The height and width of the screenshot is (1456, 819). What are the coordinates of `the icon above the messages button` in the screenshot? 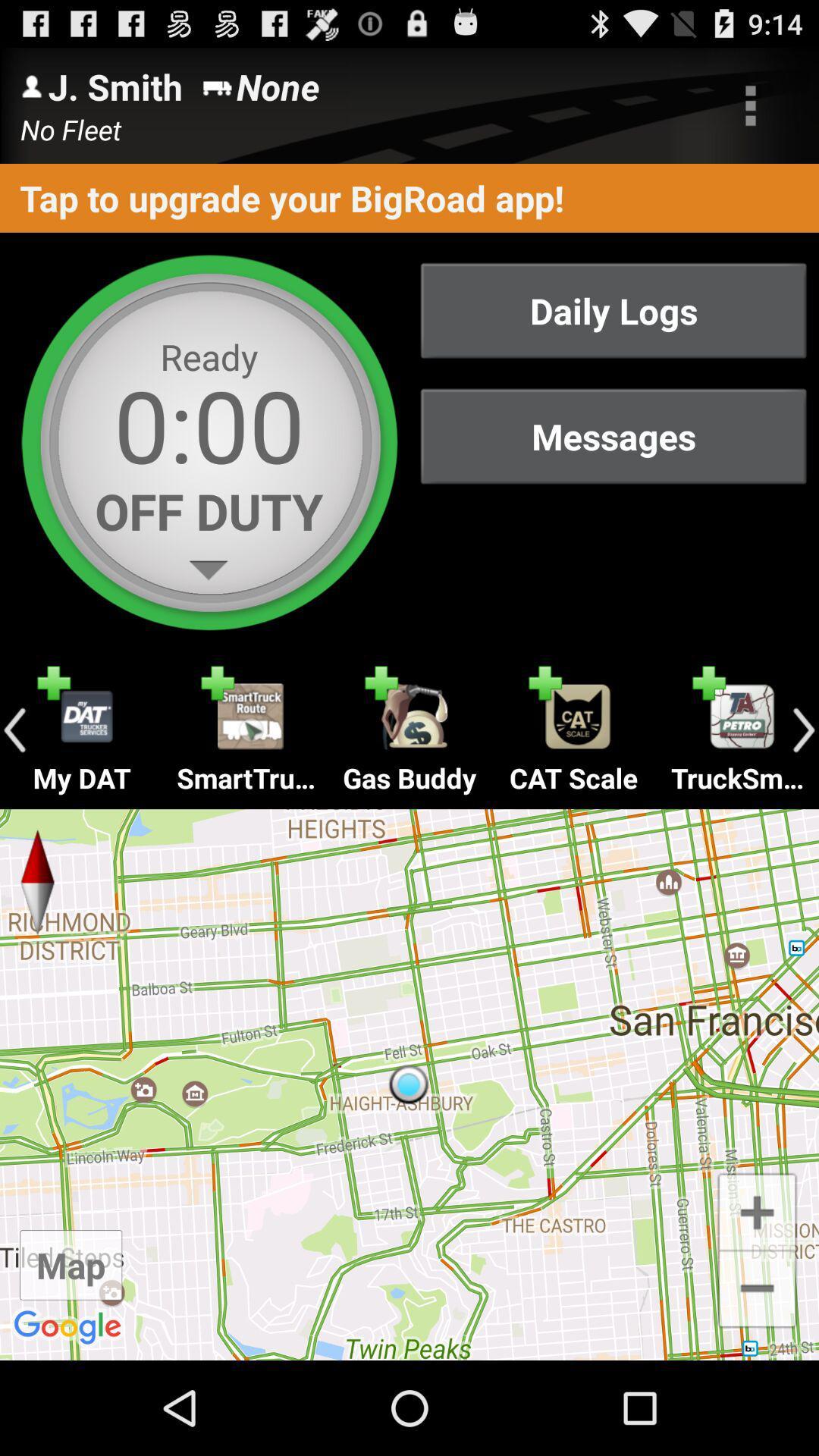 It's located at (613, 309).